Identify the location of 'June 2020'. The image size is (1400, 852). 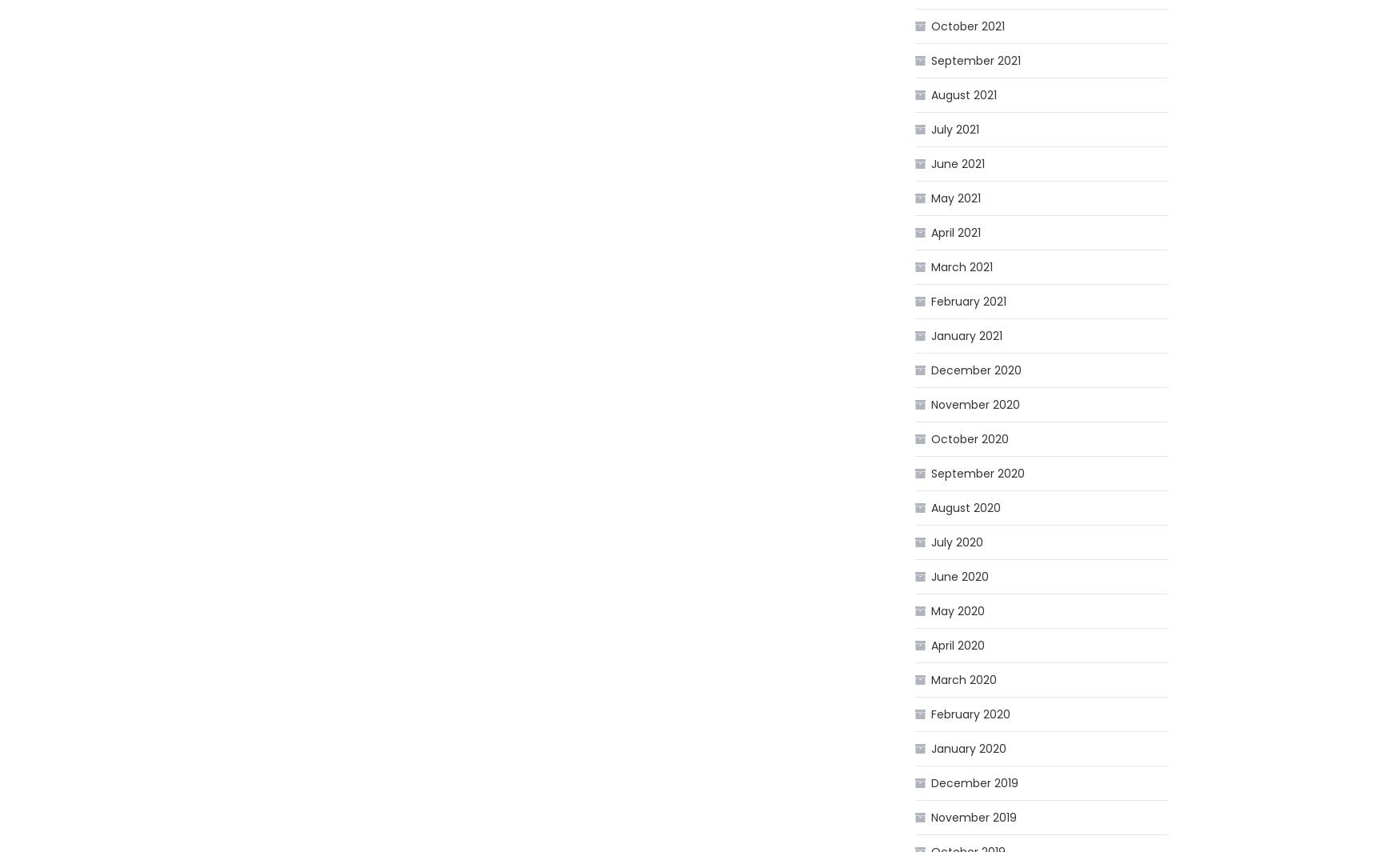
(930, 577).